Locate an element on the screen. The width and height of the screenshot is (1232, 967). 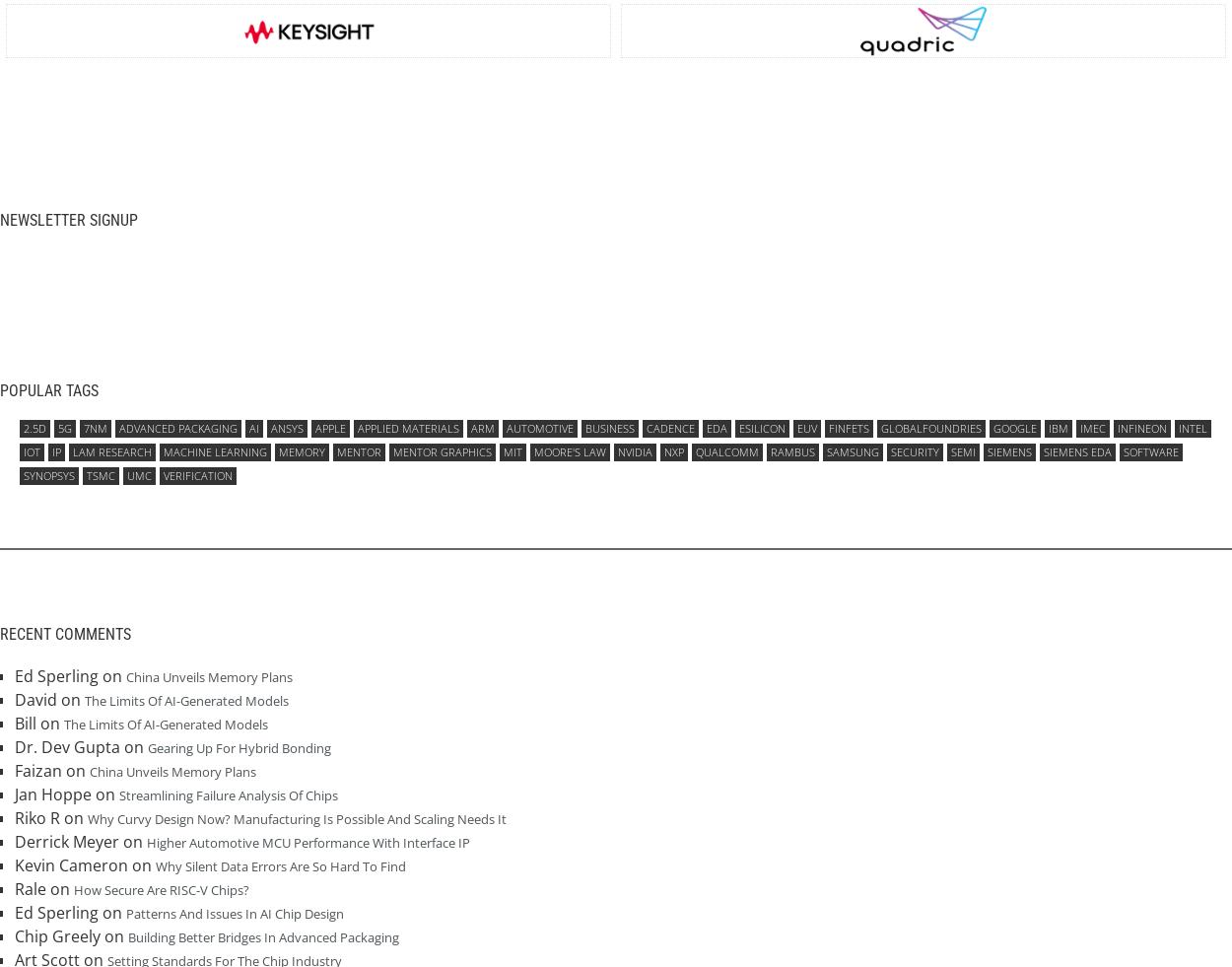
'machine learning' is located at coordinates (214, 450).